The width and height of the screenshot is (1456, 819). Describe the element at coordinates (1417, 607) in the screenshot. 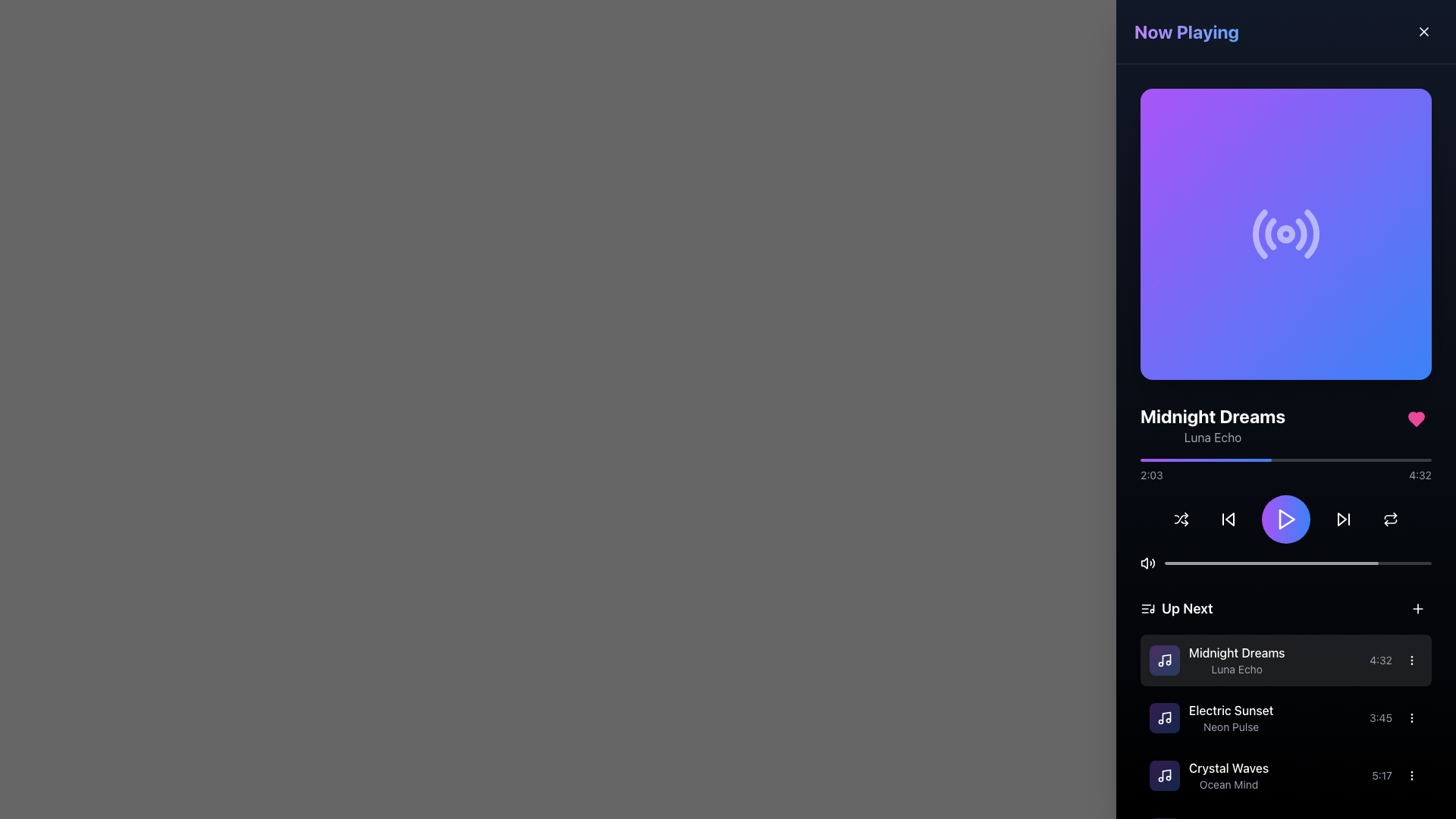

I see `the '+' icon in the 'Up Next' section, located at the top-right corner` at that location.